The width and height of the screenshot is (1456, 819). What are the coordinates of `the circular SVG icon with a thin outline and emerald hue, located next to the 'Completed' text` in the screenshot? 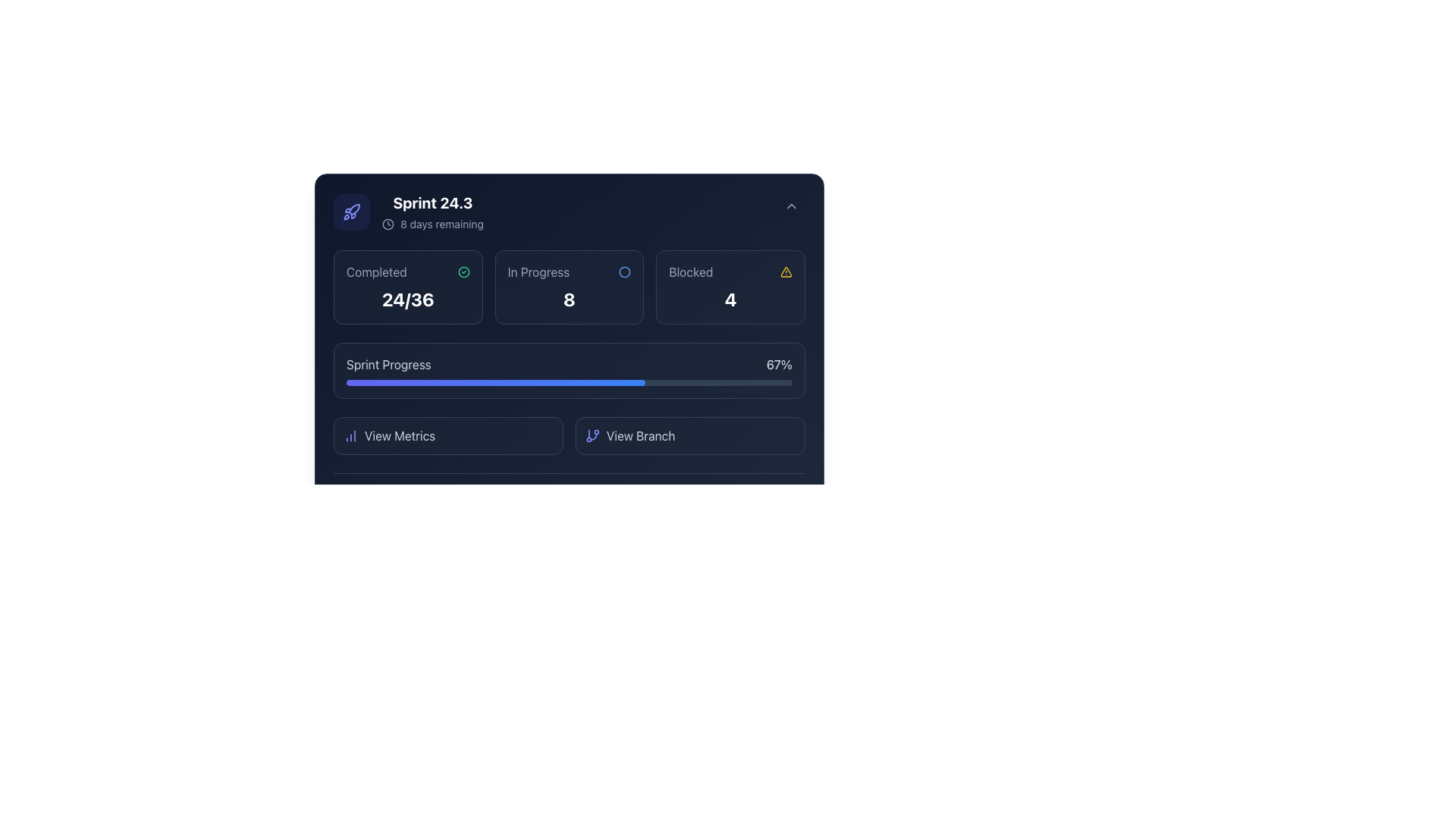 It's located at (463, 271).